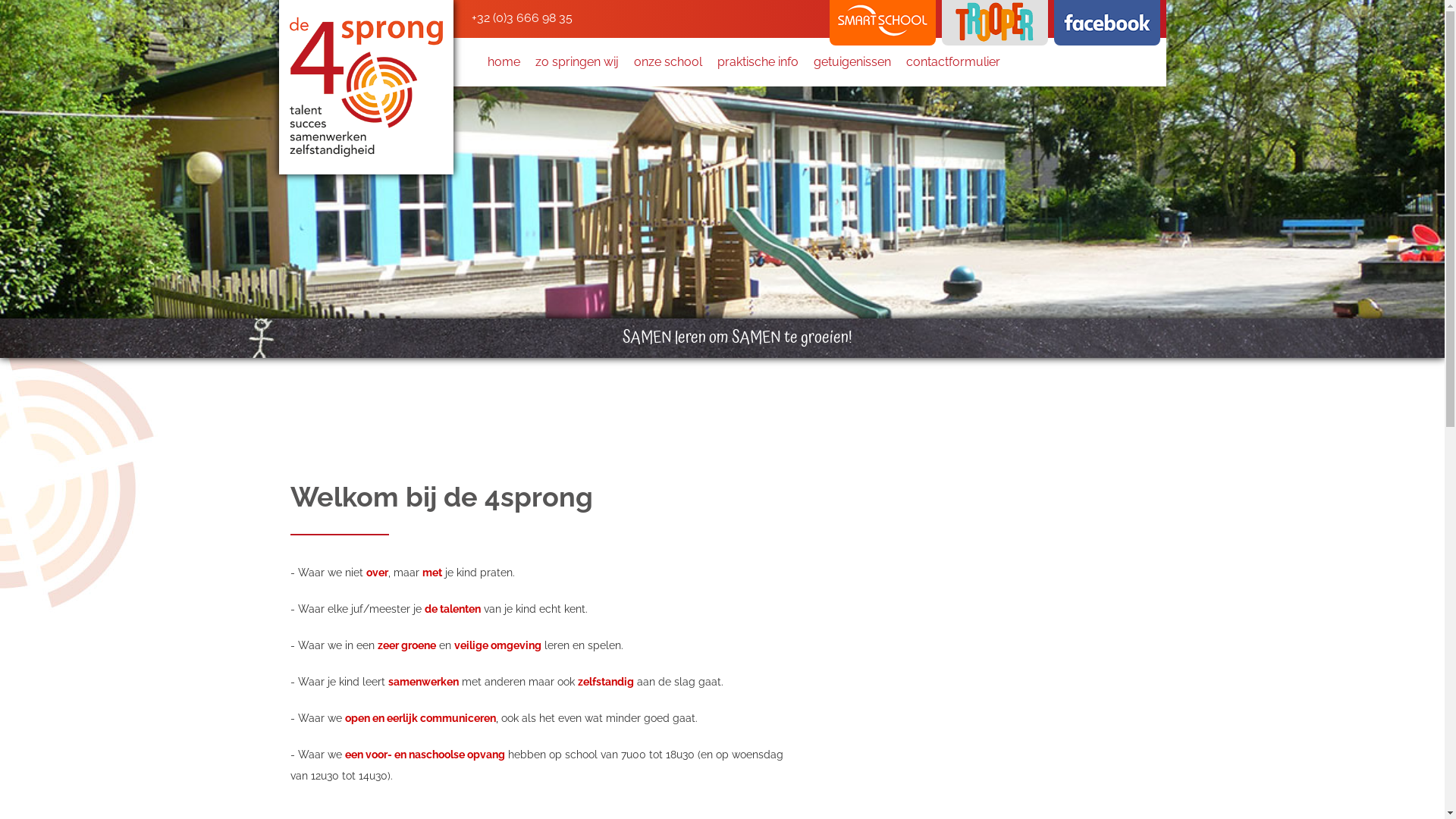 The image size is (1456, 819). I want to click on 'onze school', so click(667, 61).